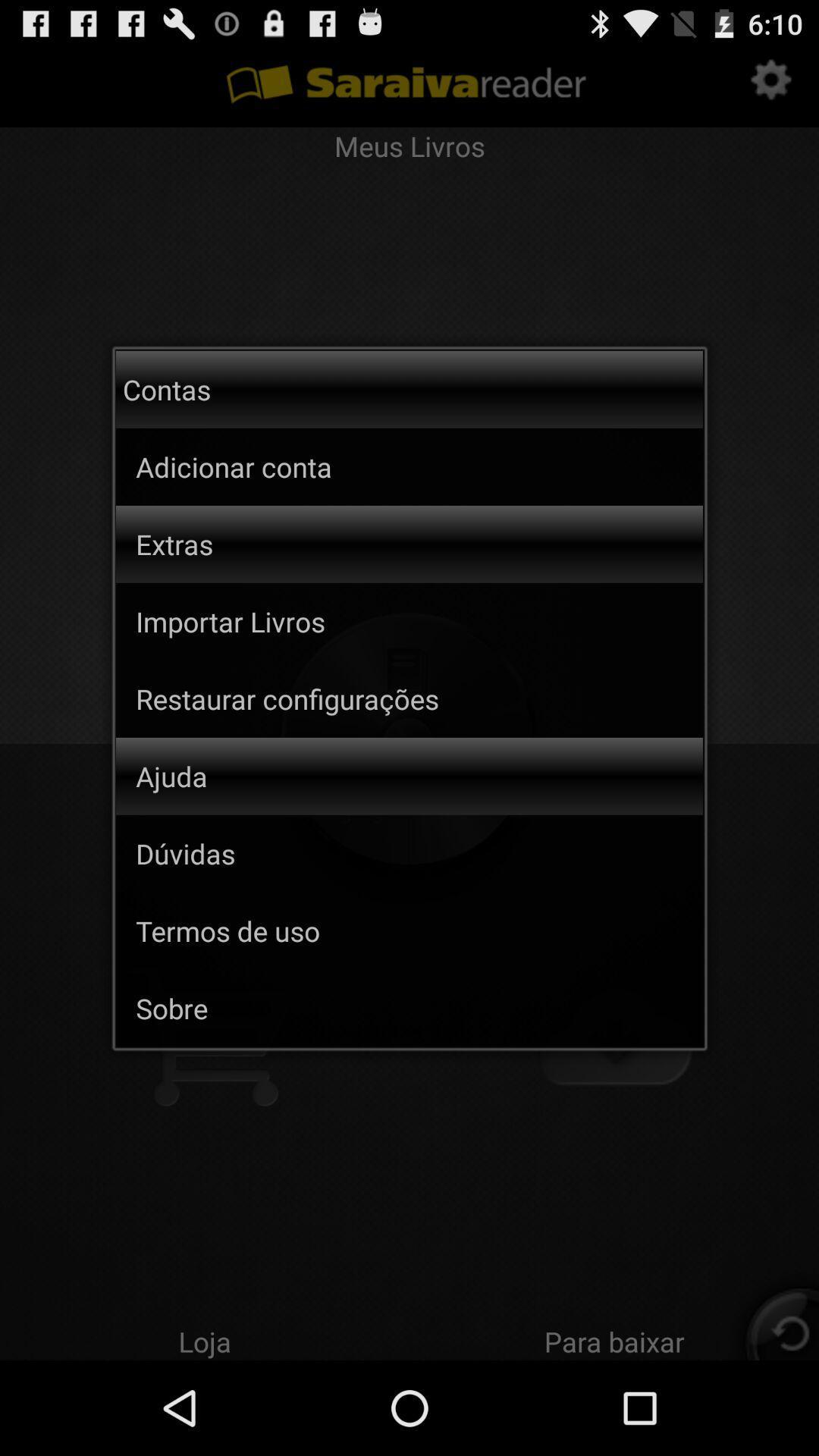 The width and height of the screenshot is (819, 1456). What do you see at coordinates (419, 1008) in the screenshot?
I see `the sobre app` at bounding box center [419, 1008].